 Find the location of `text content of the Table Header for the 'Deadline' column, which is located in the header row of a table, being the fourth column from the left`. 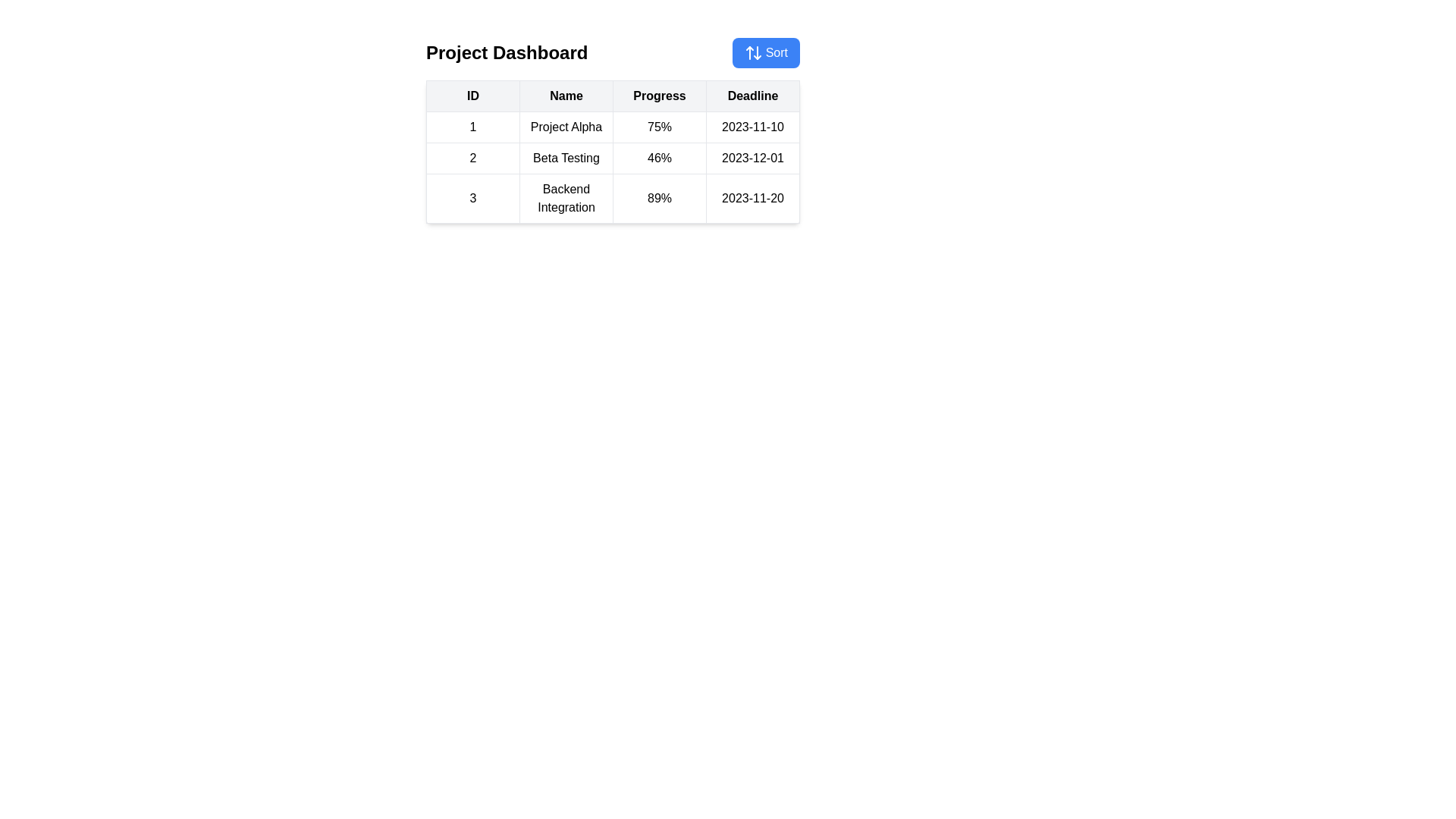

text content of the Table Header for the 'Deadline' column, which is located in the header row of a table, being the fourth column from the left is located at coordinates (753, 96).